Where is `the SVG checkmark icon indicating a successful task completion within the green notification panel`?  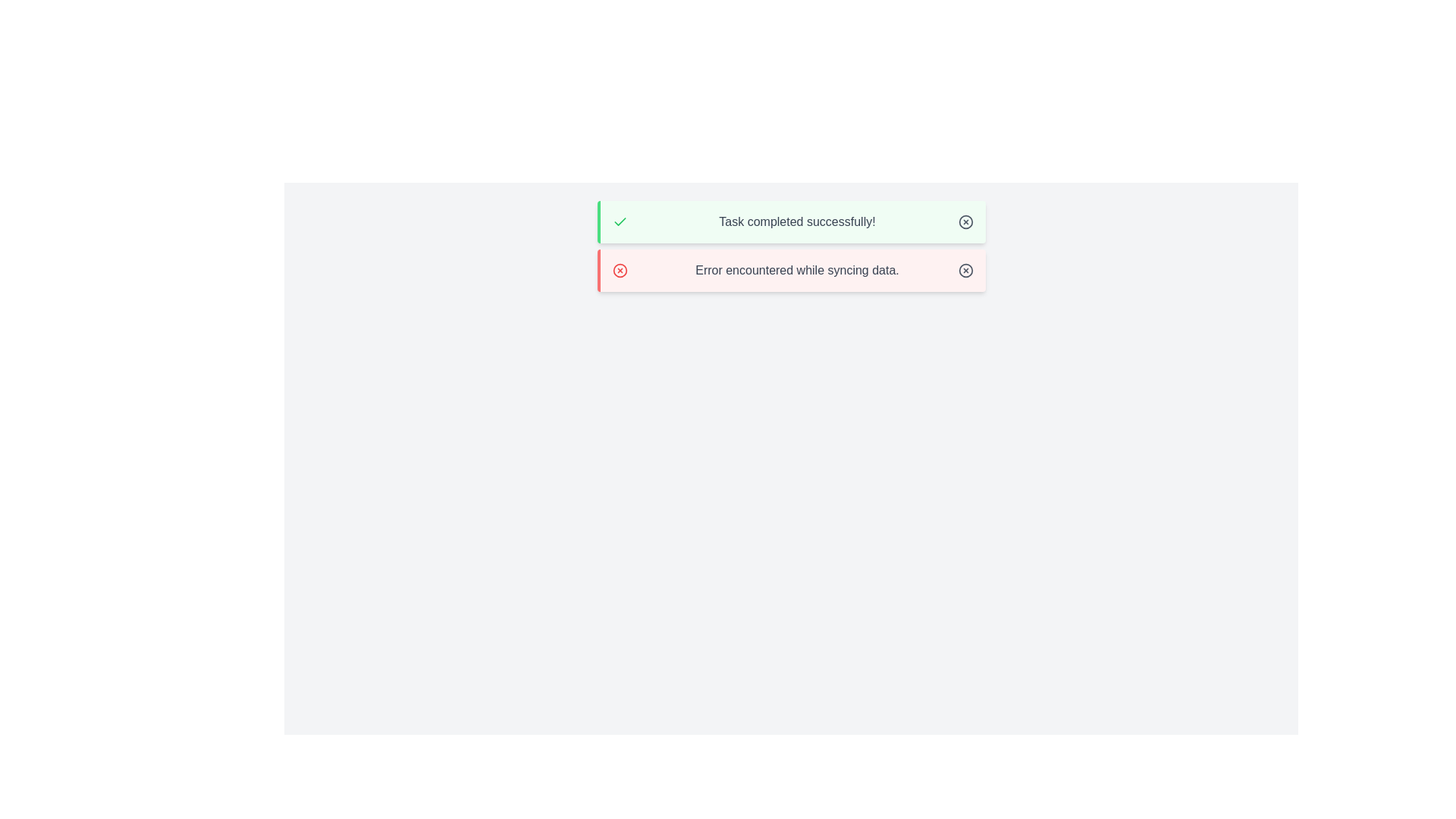 the SVG checkmark icon indicating a successful task completion within the green notification panel is located at coordinates (620, 221).